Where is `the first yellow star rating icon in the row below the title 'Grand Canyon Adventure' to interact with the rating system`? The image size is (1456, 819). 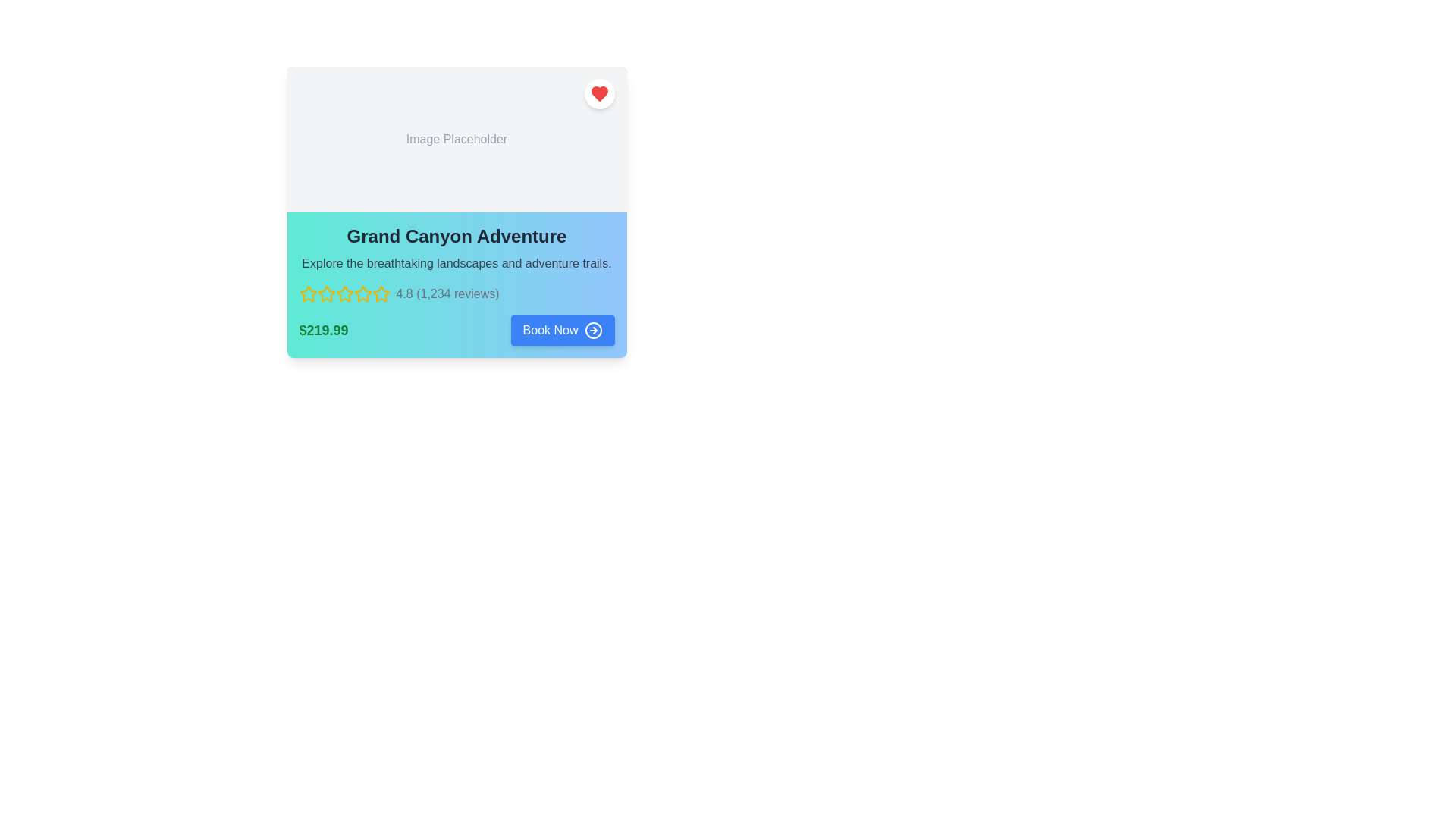
the first yellow star rating icon in the row below the title 'Grand Canyon Adventure' to interact with the rating system is located at coordinates (307, 293).